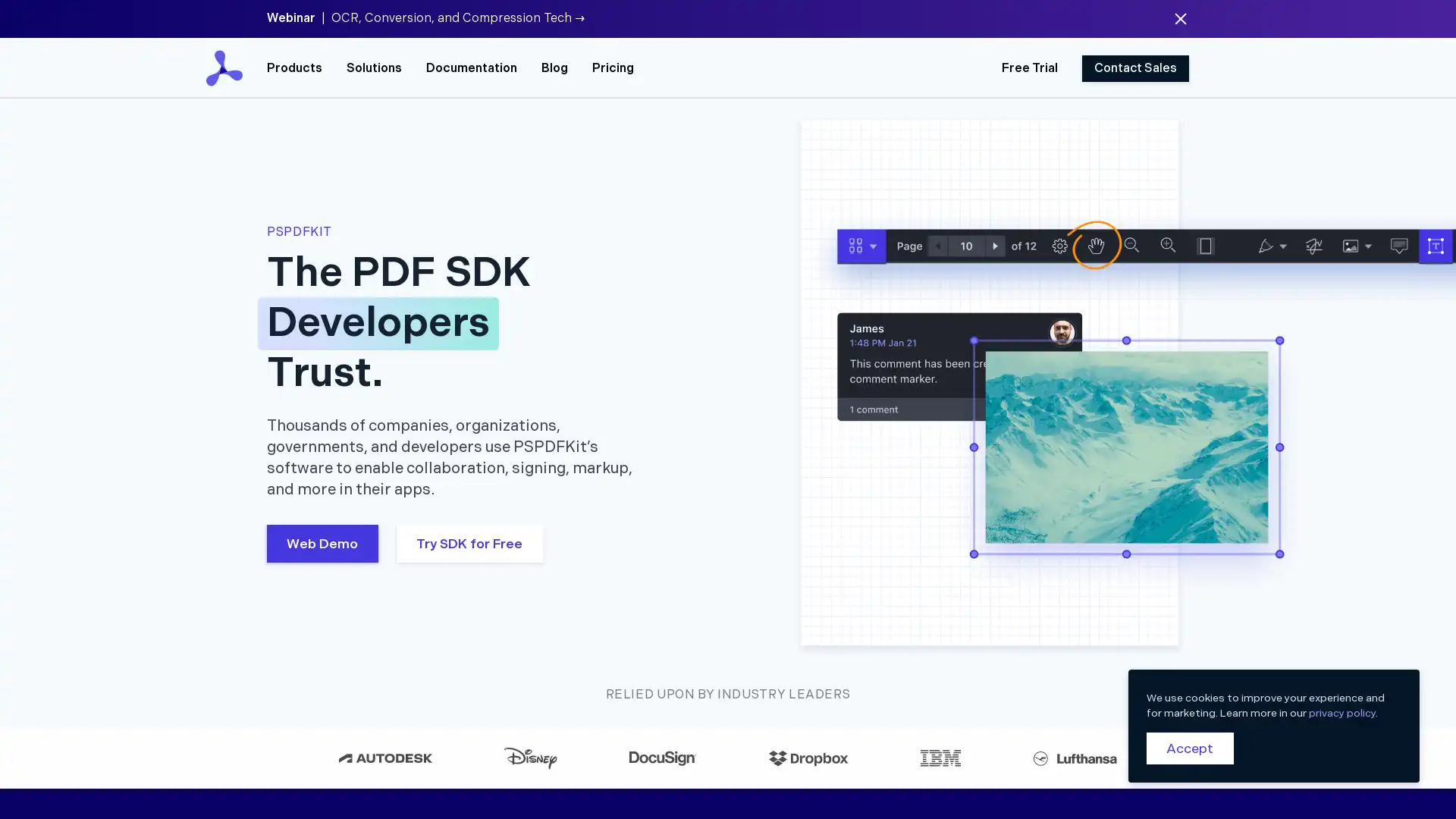  I want to click on Dismiss, so click(1179, 18).